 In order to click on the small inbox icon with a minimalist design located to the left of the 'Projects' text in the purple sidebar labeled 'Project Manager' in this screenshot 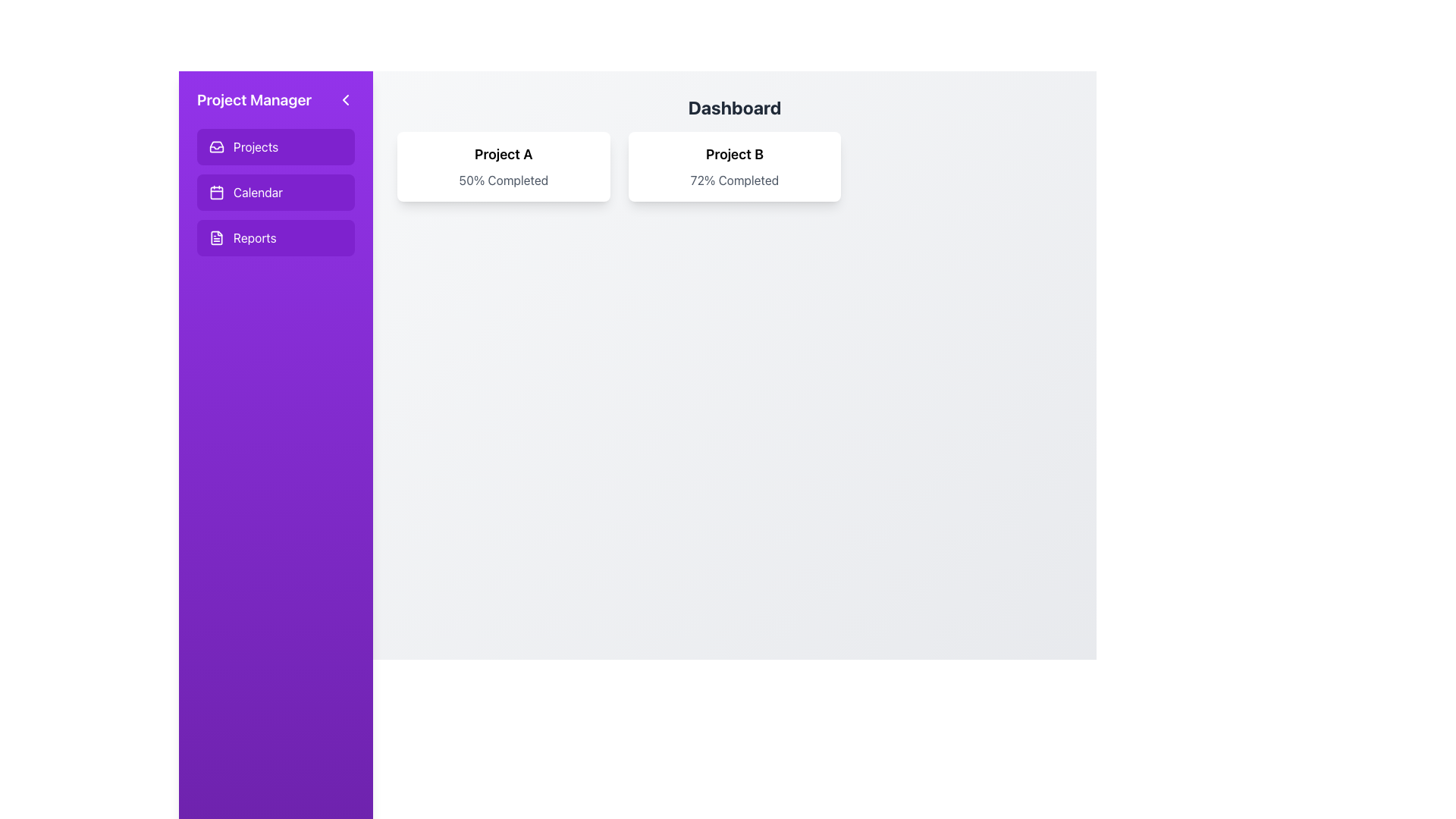, I will do `click(216, 146)`.